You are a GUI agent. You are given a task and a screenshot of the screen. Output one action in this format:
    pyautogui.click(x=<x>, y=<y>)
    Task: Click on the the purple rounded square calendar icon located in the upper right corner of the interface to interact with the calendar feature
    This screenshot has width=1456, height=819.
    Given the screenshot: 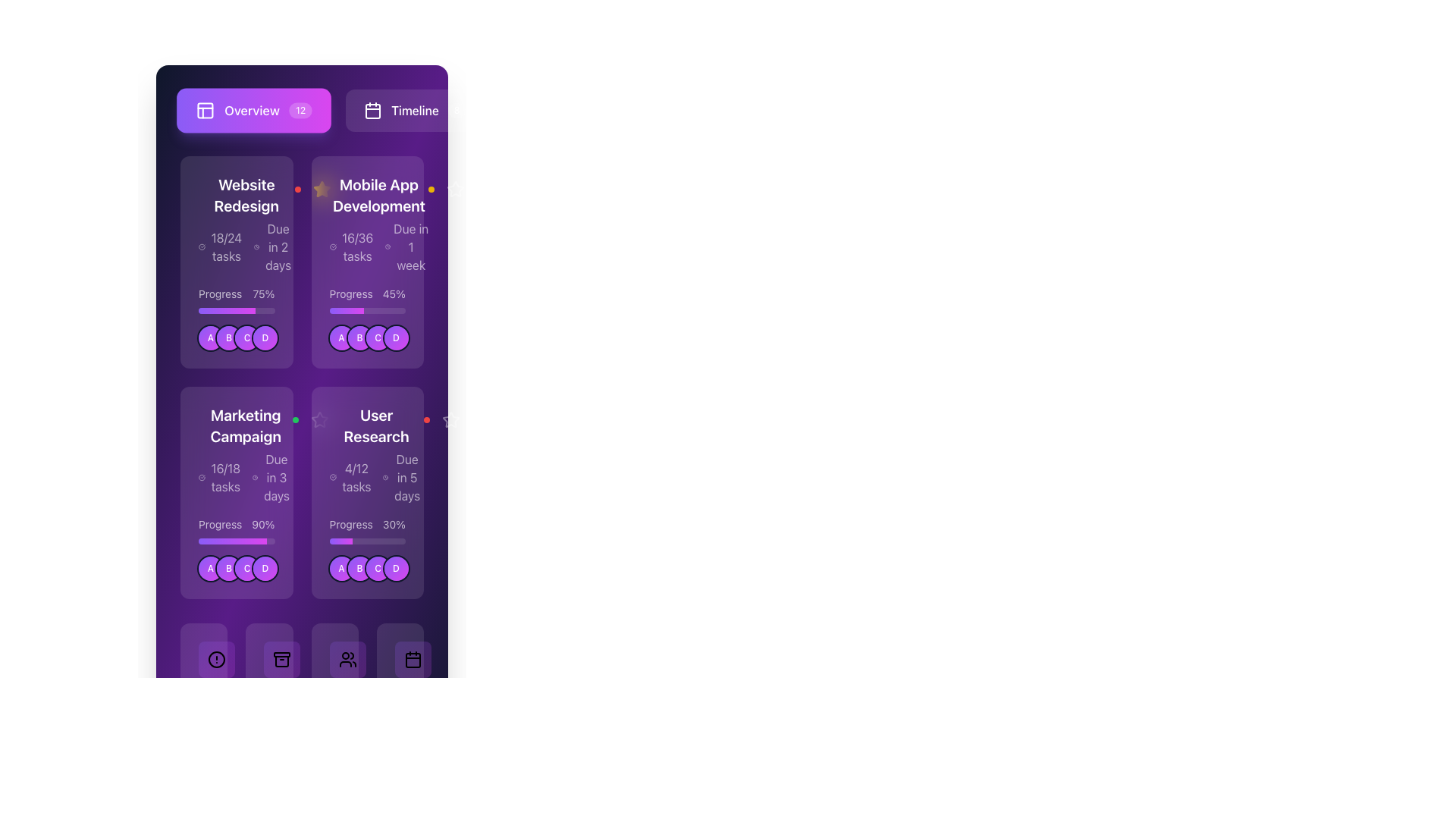 What is the action you would take?
    pyautogui.click(x=373, y=110)
    